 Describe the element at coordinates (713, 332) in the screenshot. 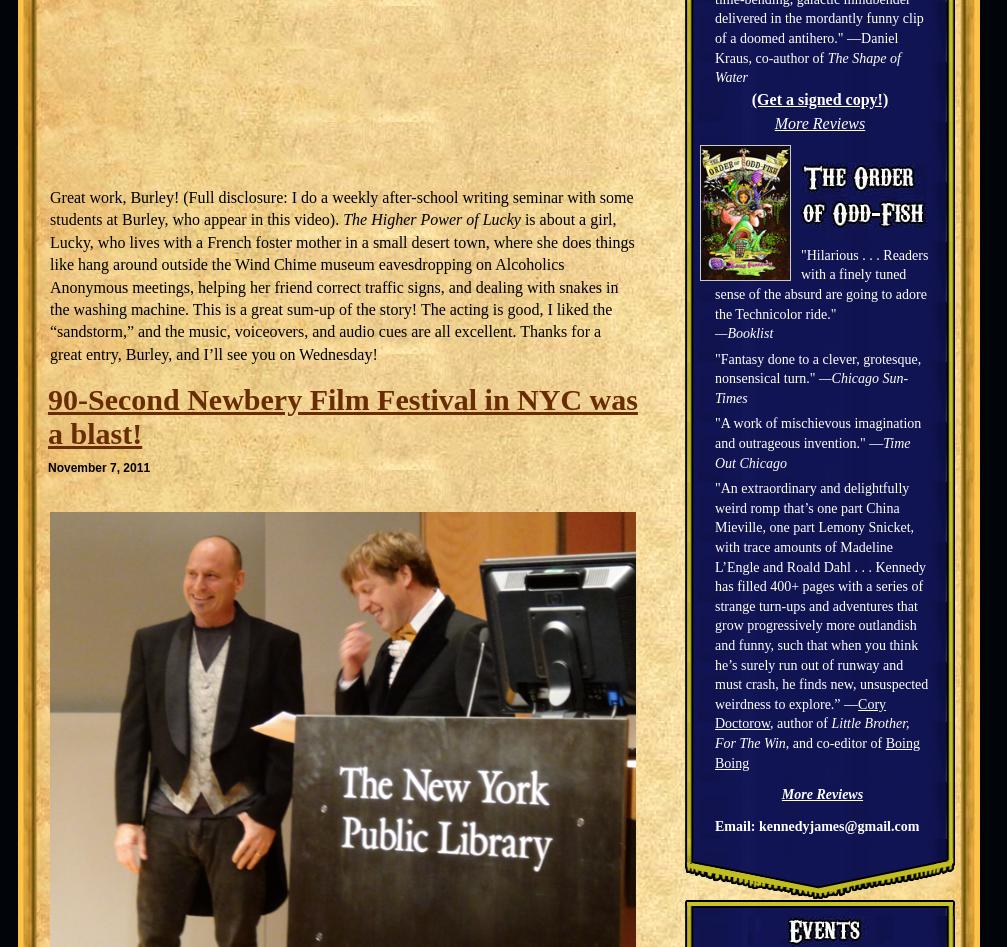

I see `'—Booklist'` at that location.